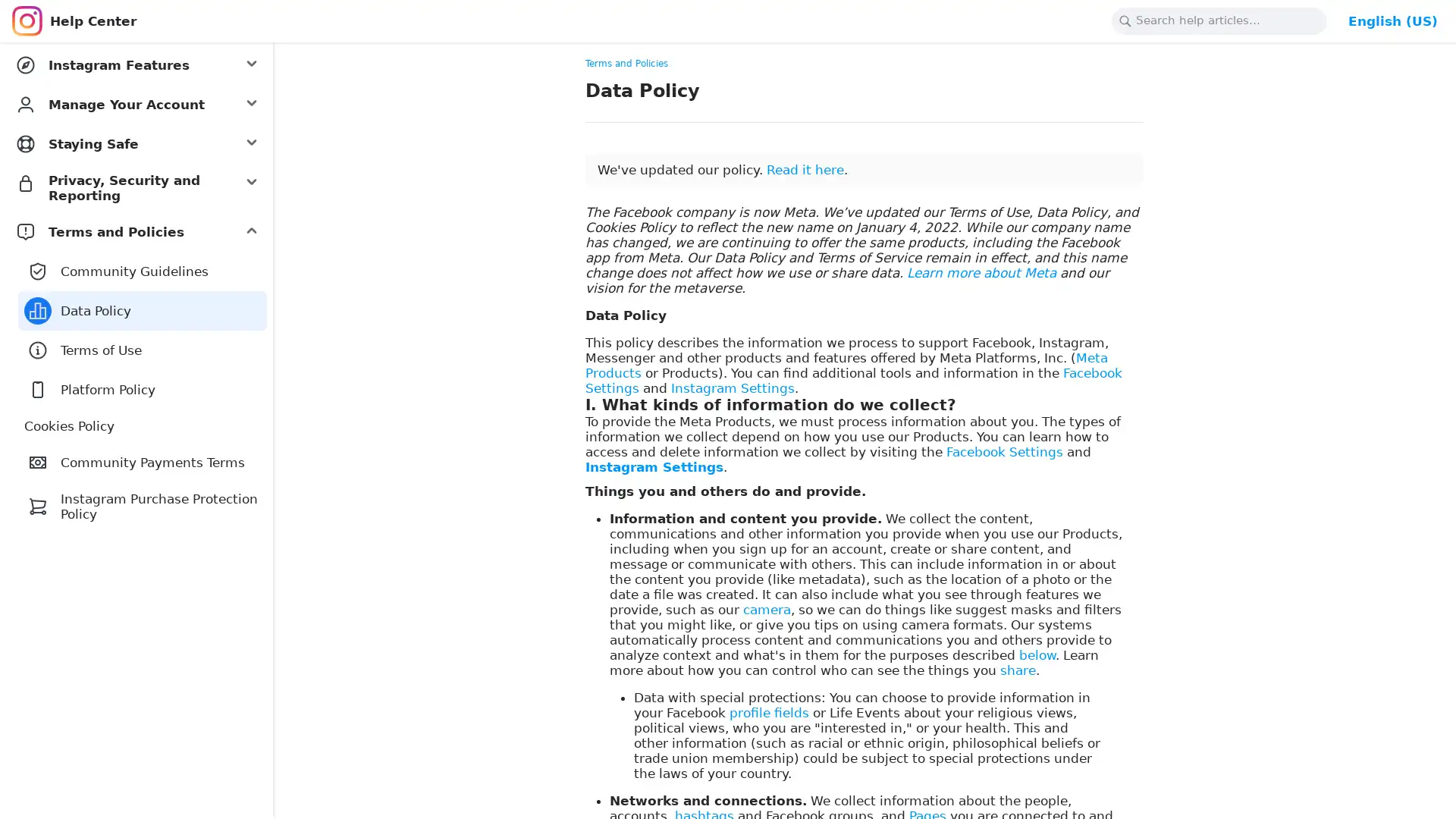 This screenshot has height=819, width=1456. What do you see at coordinates (136, 143) in the screenshot?
I see `Staying Safe` at bounding box center [136, 143].